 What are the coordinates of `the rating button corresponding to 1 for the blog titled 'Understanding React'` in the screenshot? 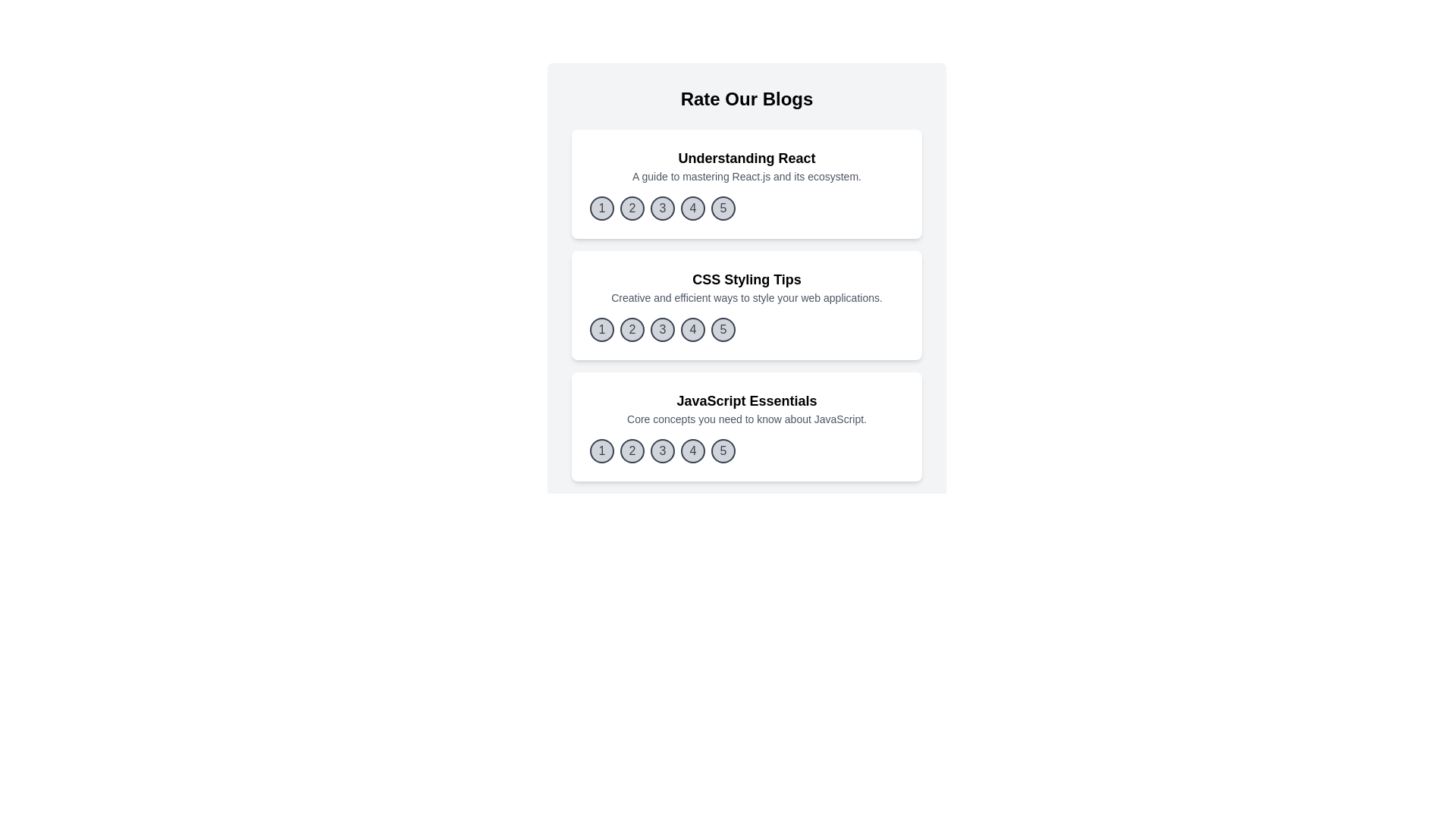 It's located at (601, 208).